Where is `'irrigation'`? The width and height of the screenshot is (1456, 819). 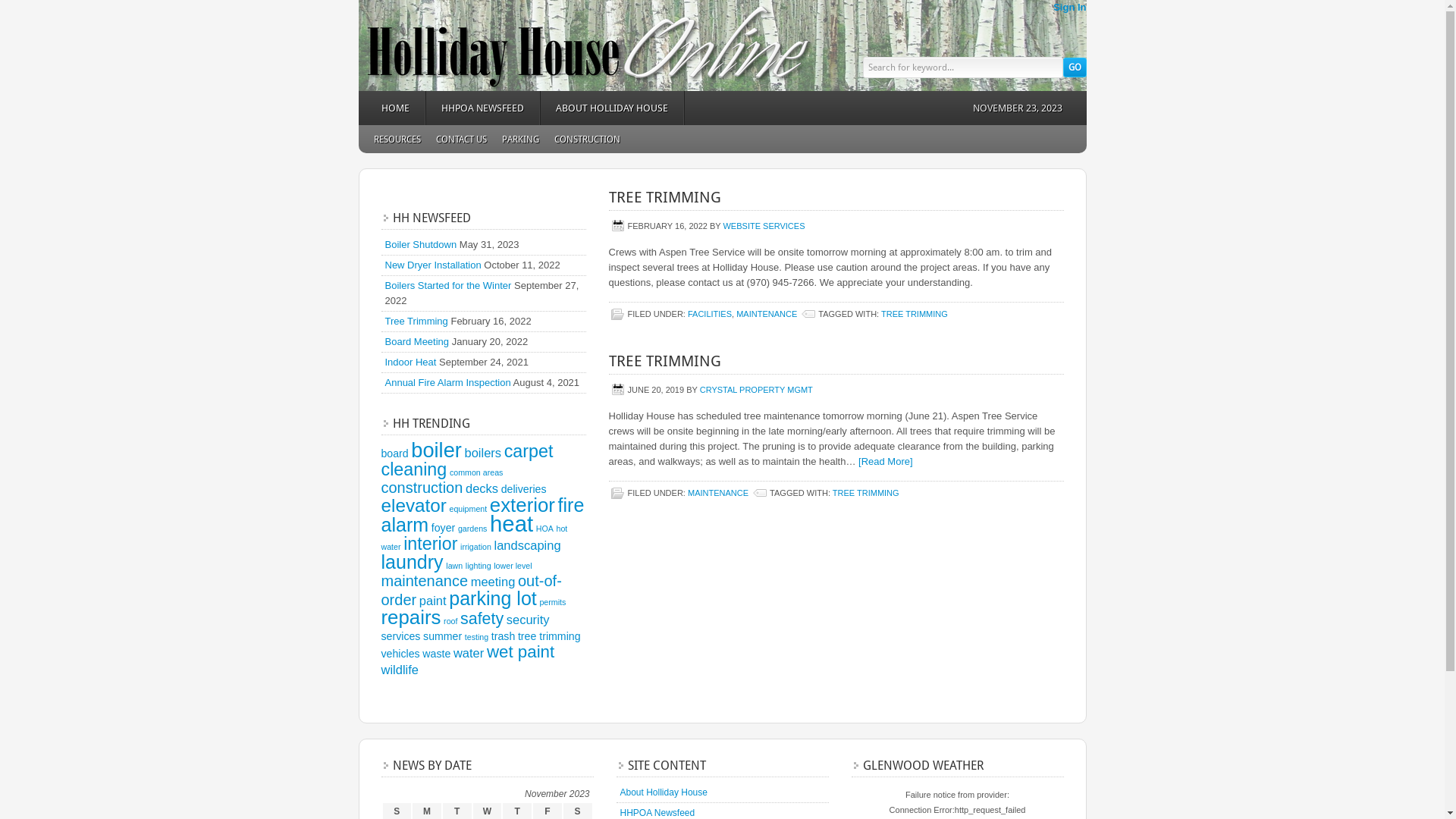 'irrigation' is located at coordinates (475, 547).